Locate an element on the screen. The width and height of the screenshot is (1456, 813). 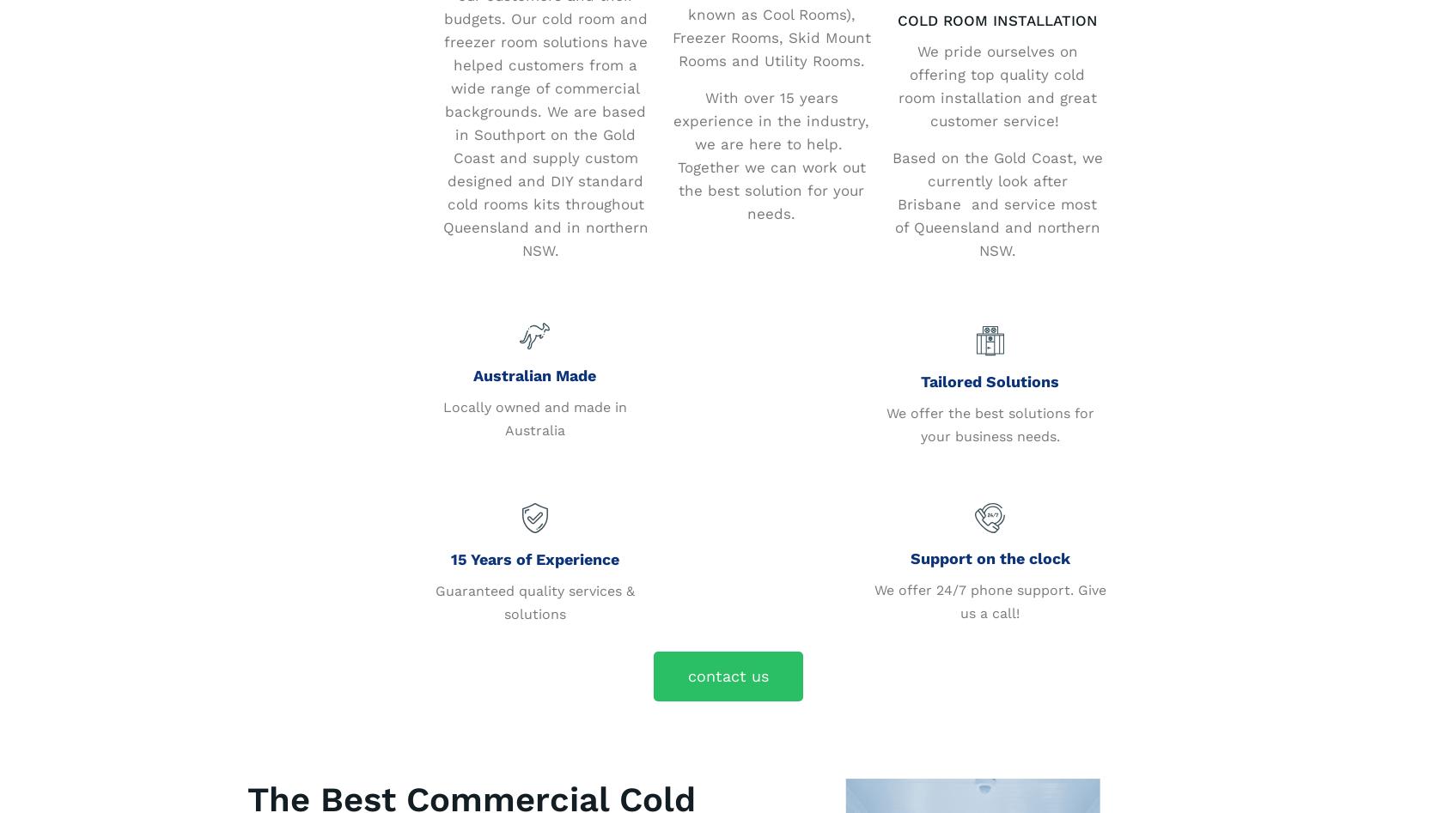
'Based on the Gold Coast, we currently look after Brisbane  and service most of Queensland and northern NSW.' is located at coordinates (996, 203).